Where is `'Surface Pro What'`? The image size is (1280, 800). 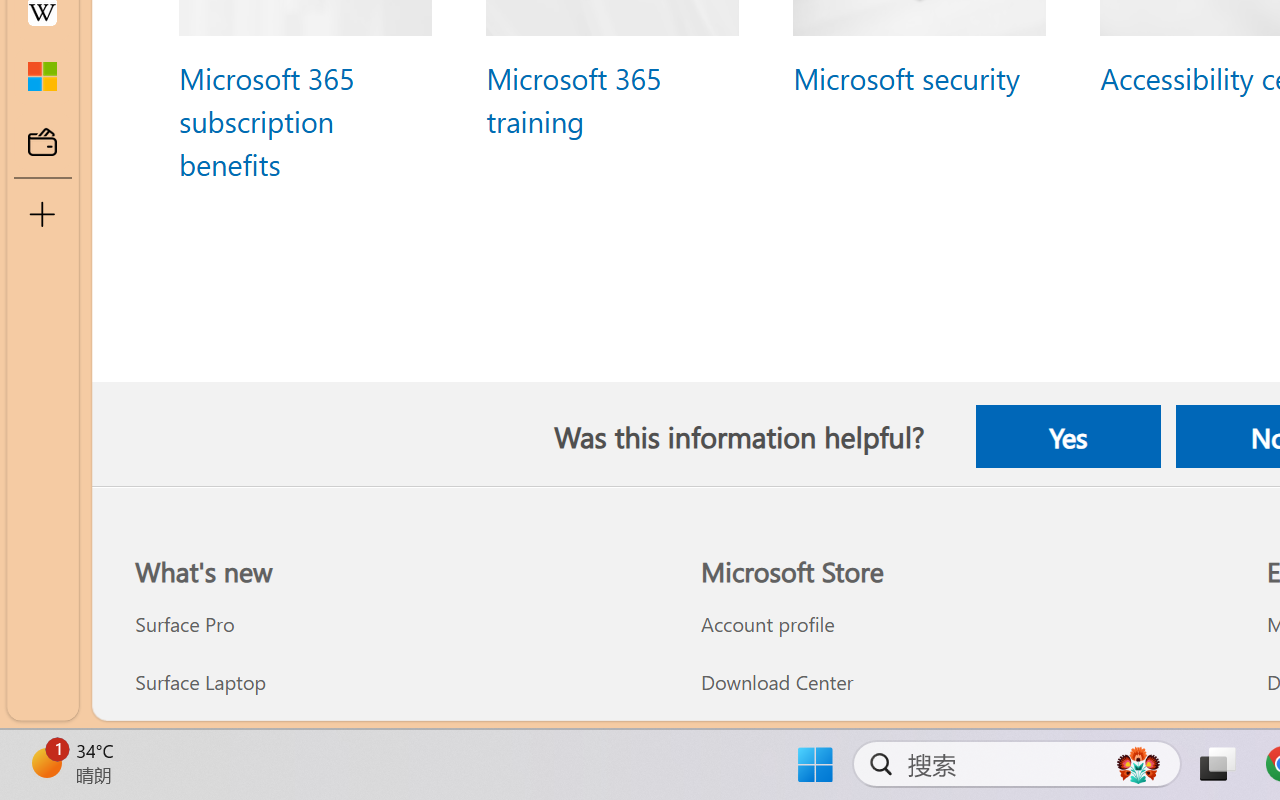
'Surface Pro What' is located at coordinates (184, 624).